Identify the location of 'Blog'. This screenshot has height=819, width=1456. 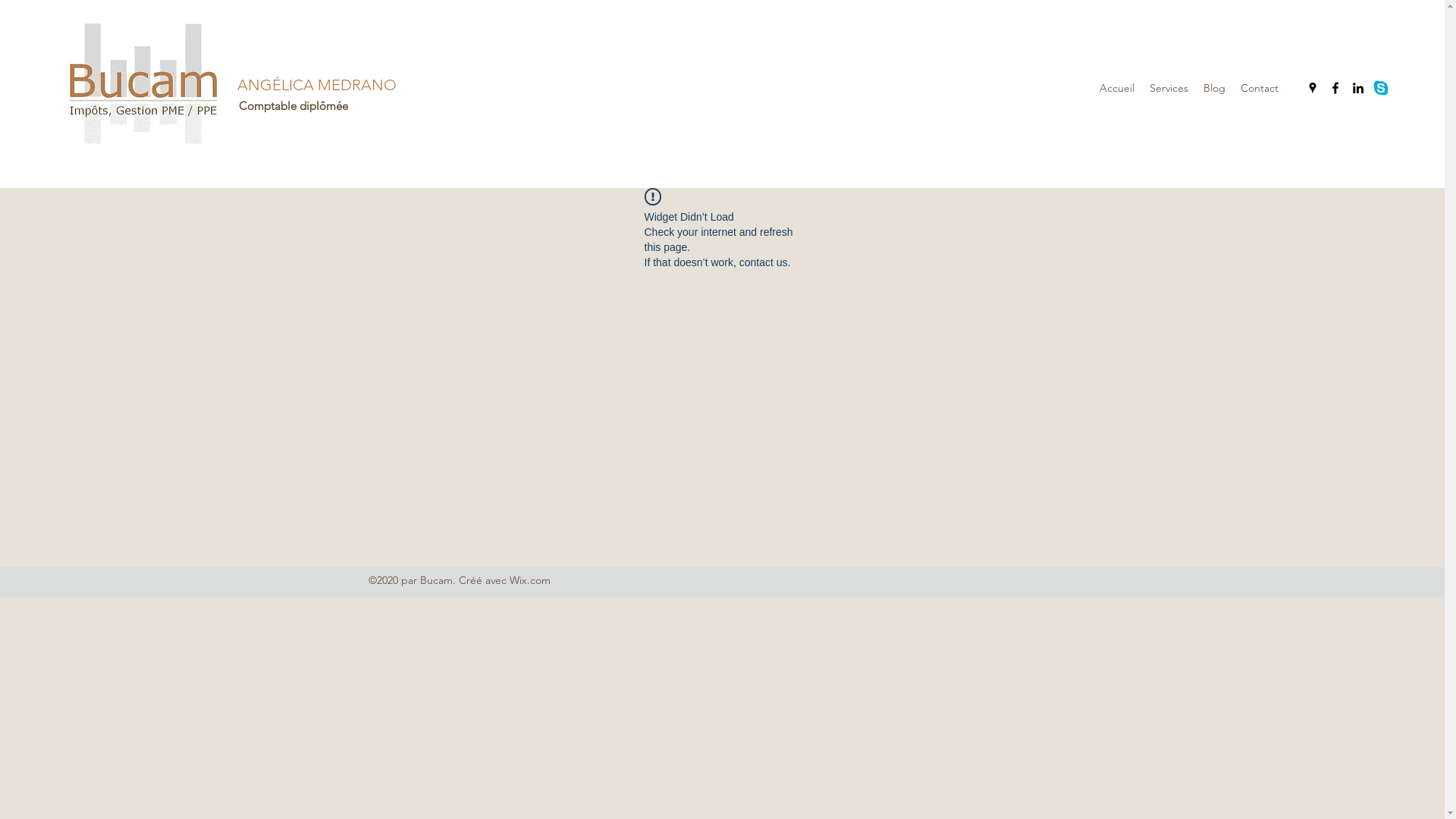
(1214, 87).